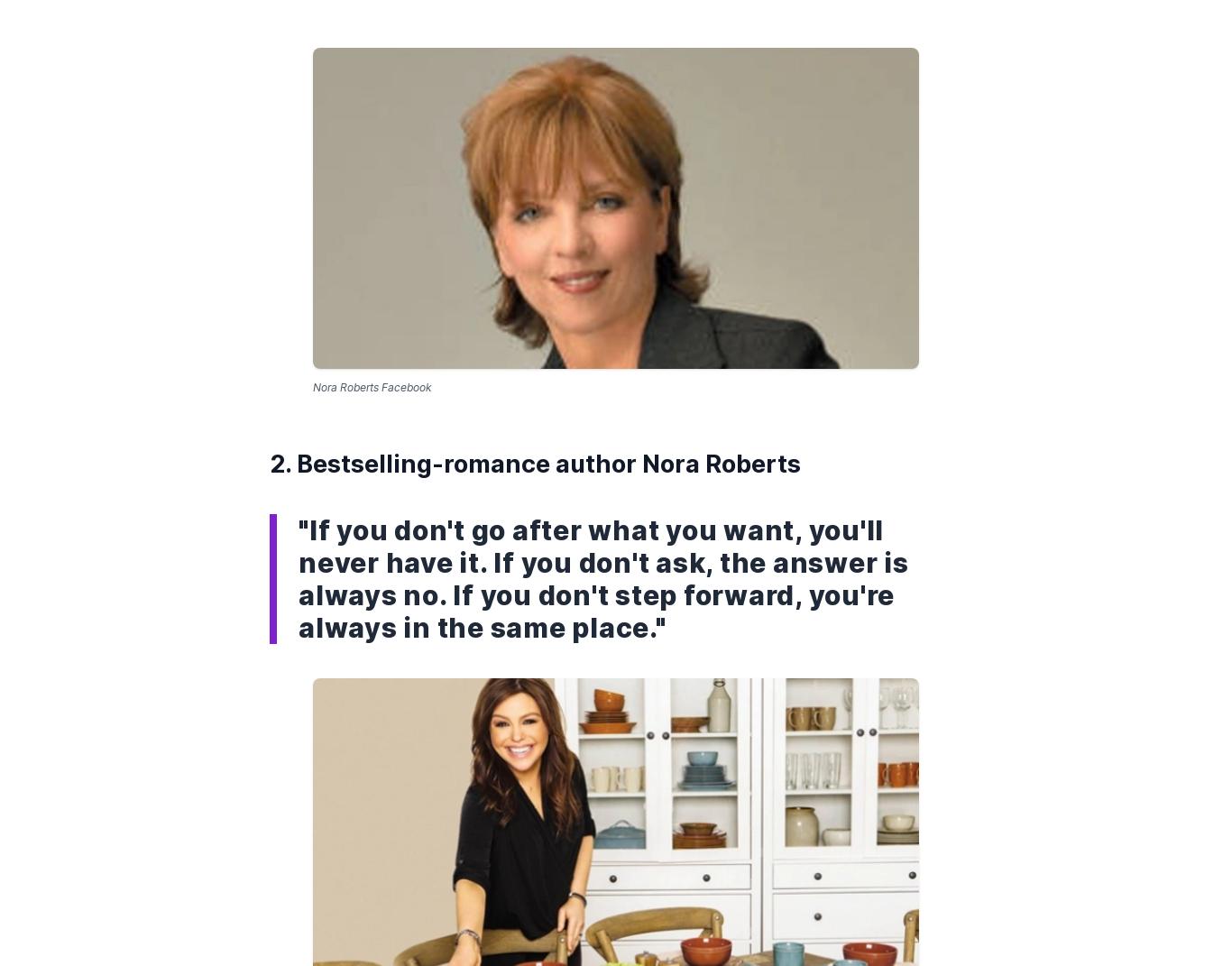 This screenshot has width=1232, height=966. Describe the element at coordinates (325, 519) in the screenshot. I see `'Copyright © 2023 Entrepreneur Media, LLC All rights reserved. Entrepreneur® and its related marks are registered trademarks of Entrepreneur Media LLC'` at that location.